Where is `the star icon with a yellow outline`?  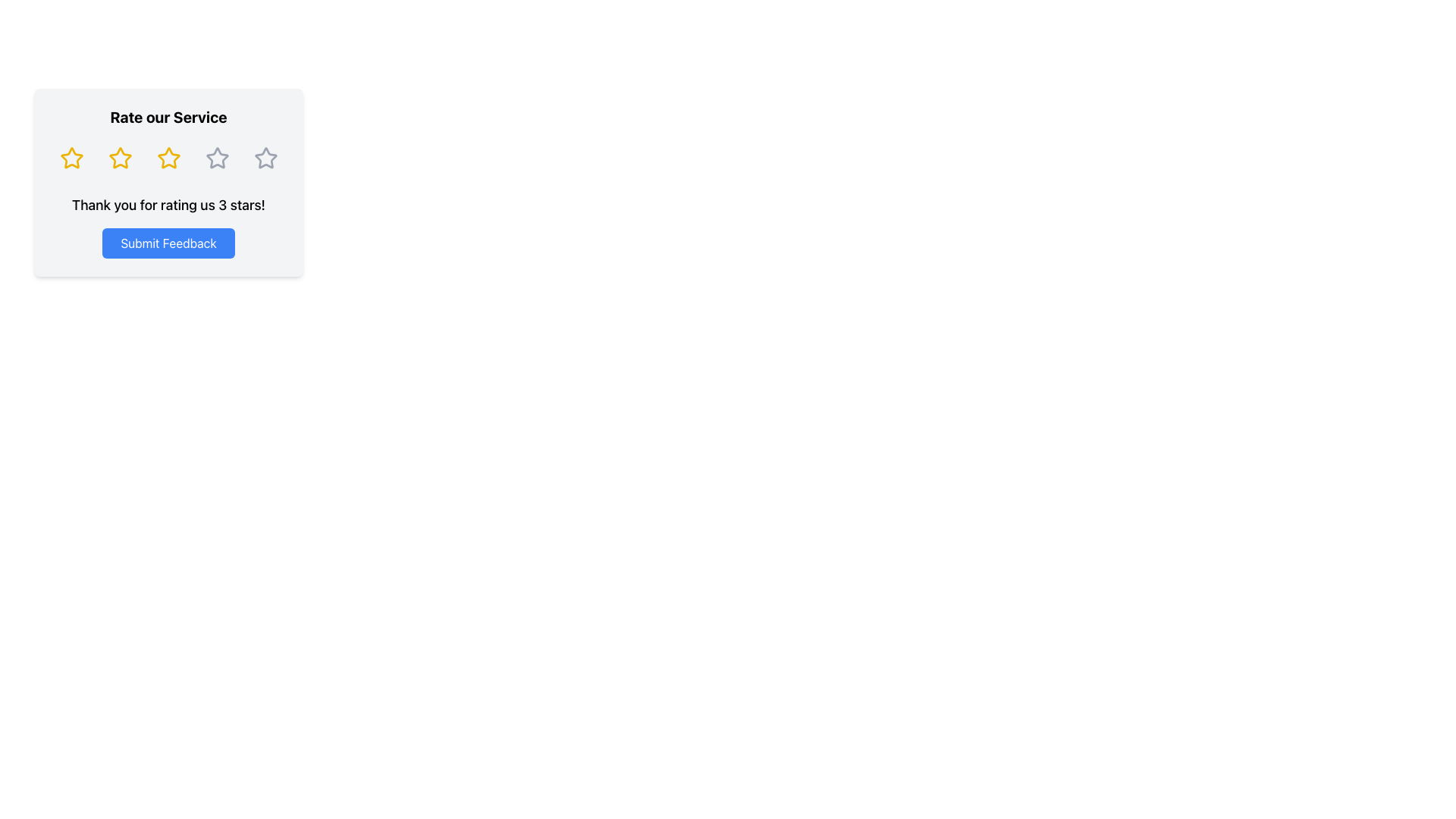 the star icon with a yellow outline is located at coordinates (168, 158).